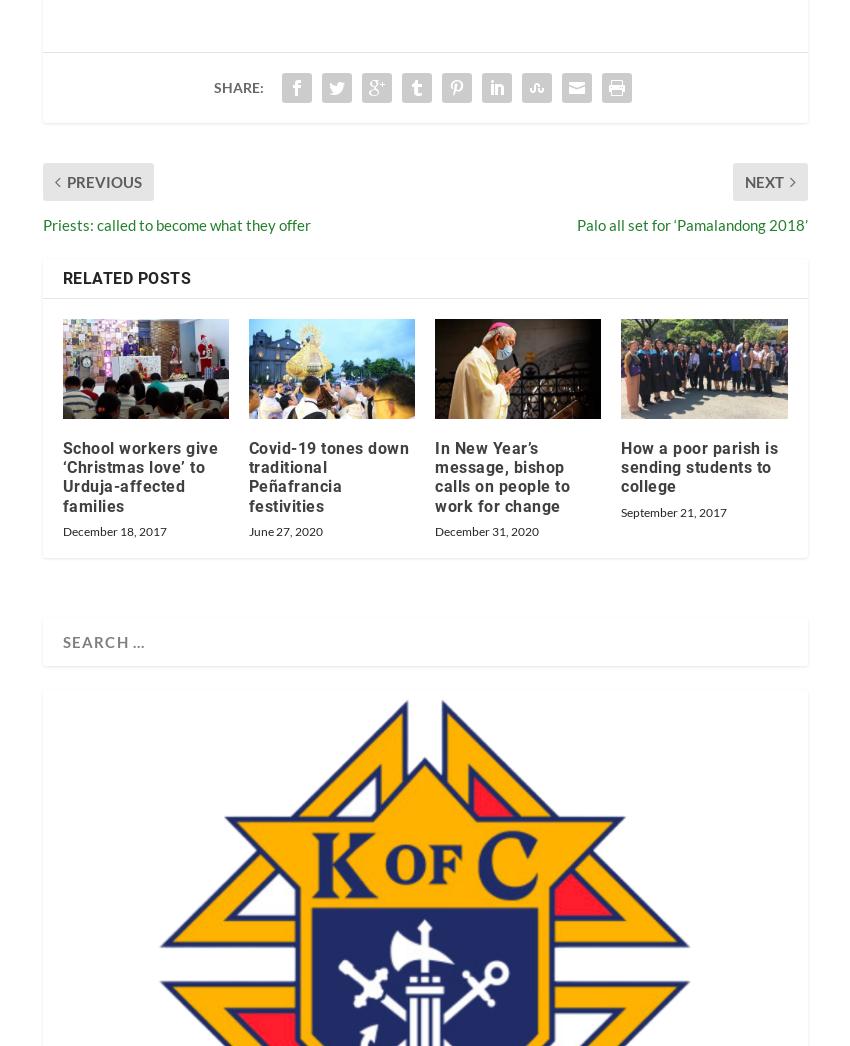 The width and height of the screenshot is (850, 1046). Describe the element at coordinates (620, 466) in the screenshot. I see `'How a poor parish is sending students to college'` at that location.